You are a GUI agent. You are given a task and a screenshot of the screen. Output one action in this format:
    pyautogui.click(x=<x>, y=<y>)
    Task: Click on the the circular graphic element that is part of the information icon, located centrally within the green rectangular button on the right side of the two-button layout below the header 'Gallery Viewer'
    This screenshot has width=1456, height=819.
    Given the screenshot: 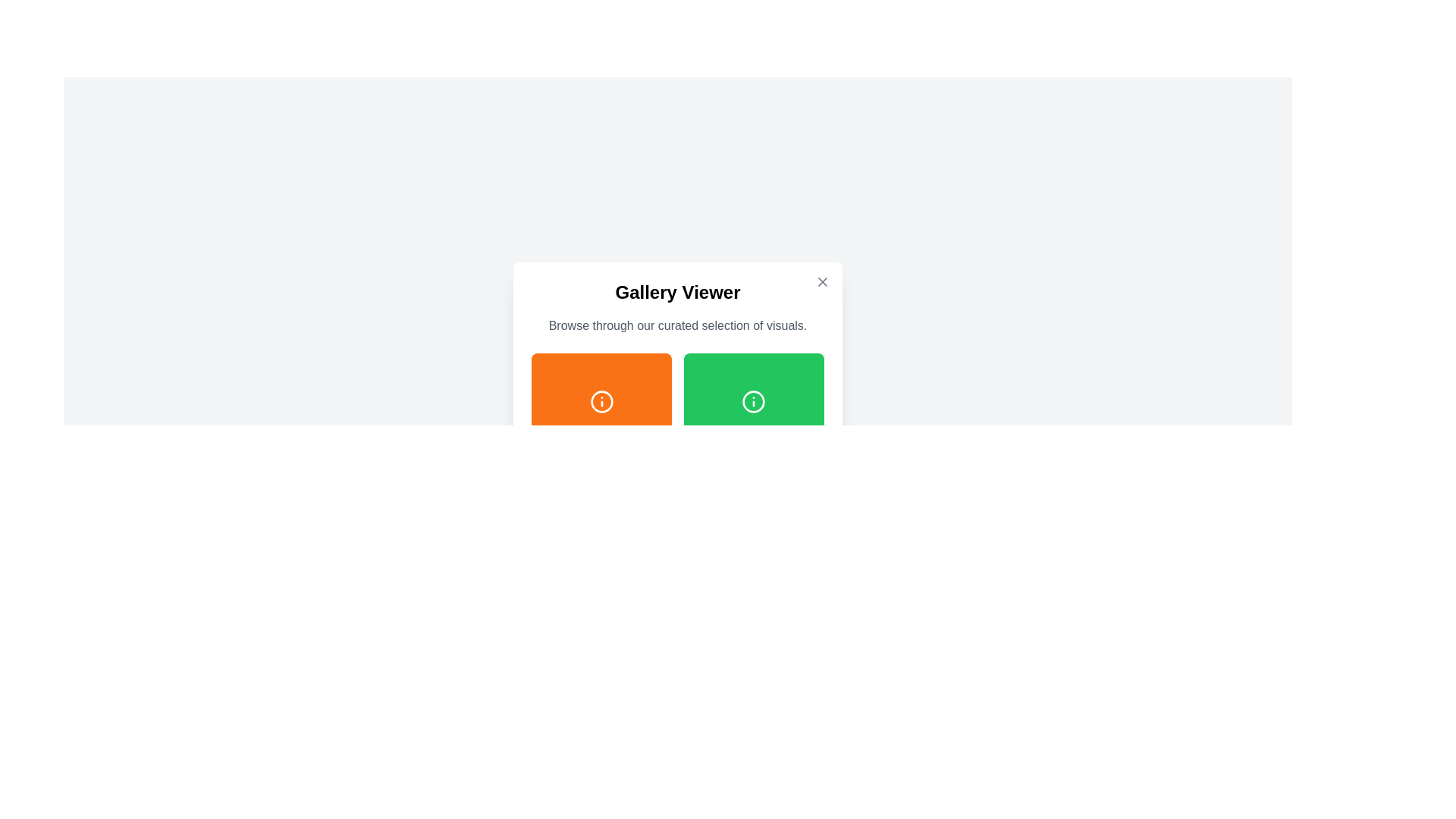 What is the action you would take?
    pyautogui.click(x=754, y=400)
    